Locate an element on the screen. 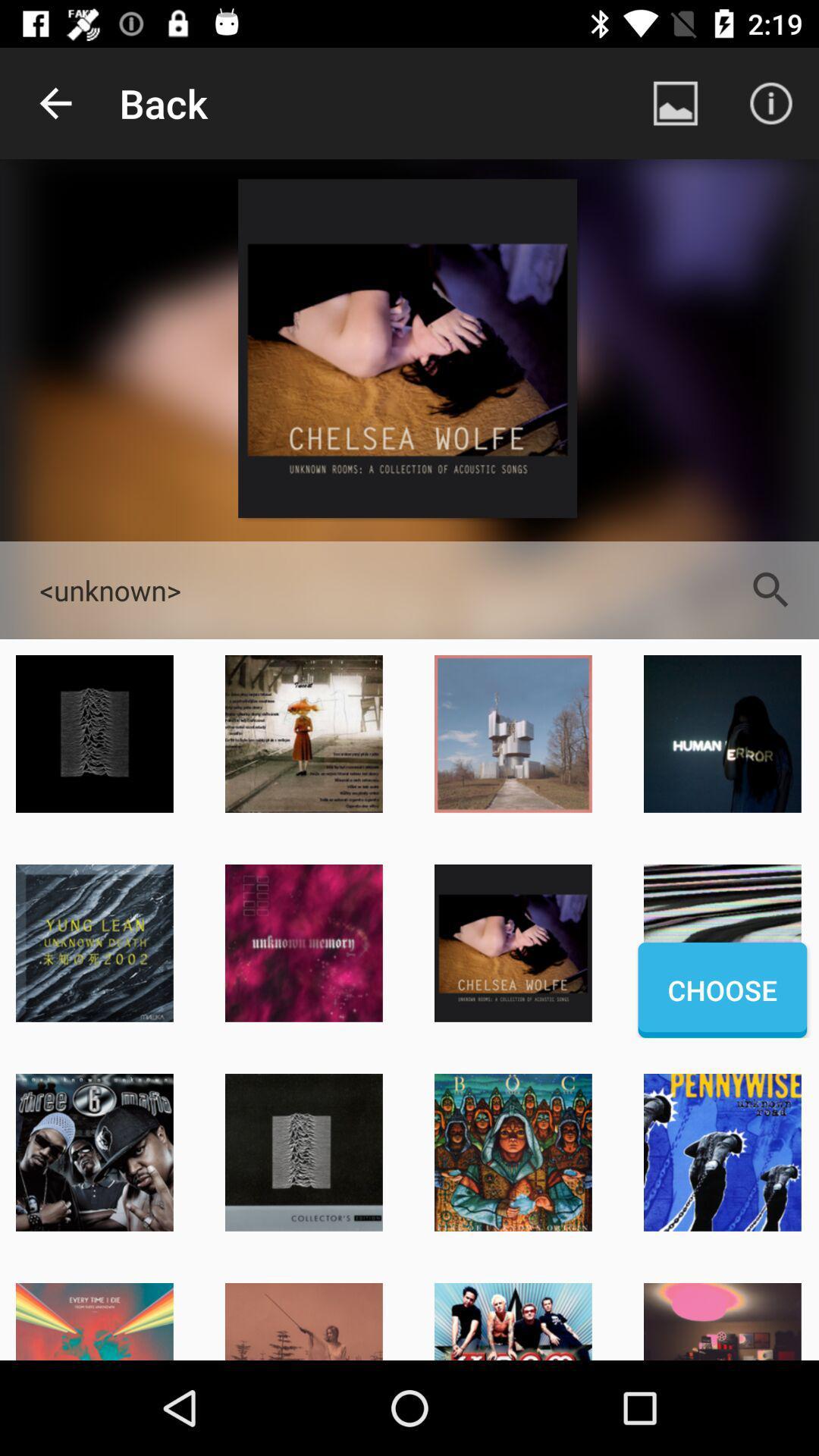  item next to the back app is located at coordinates (55, 102).